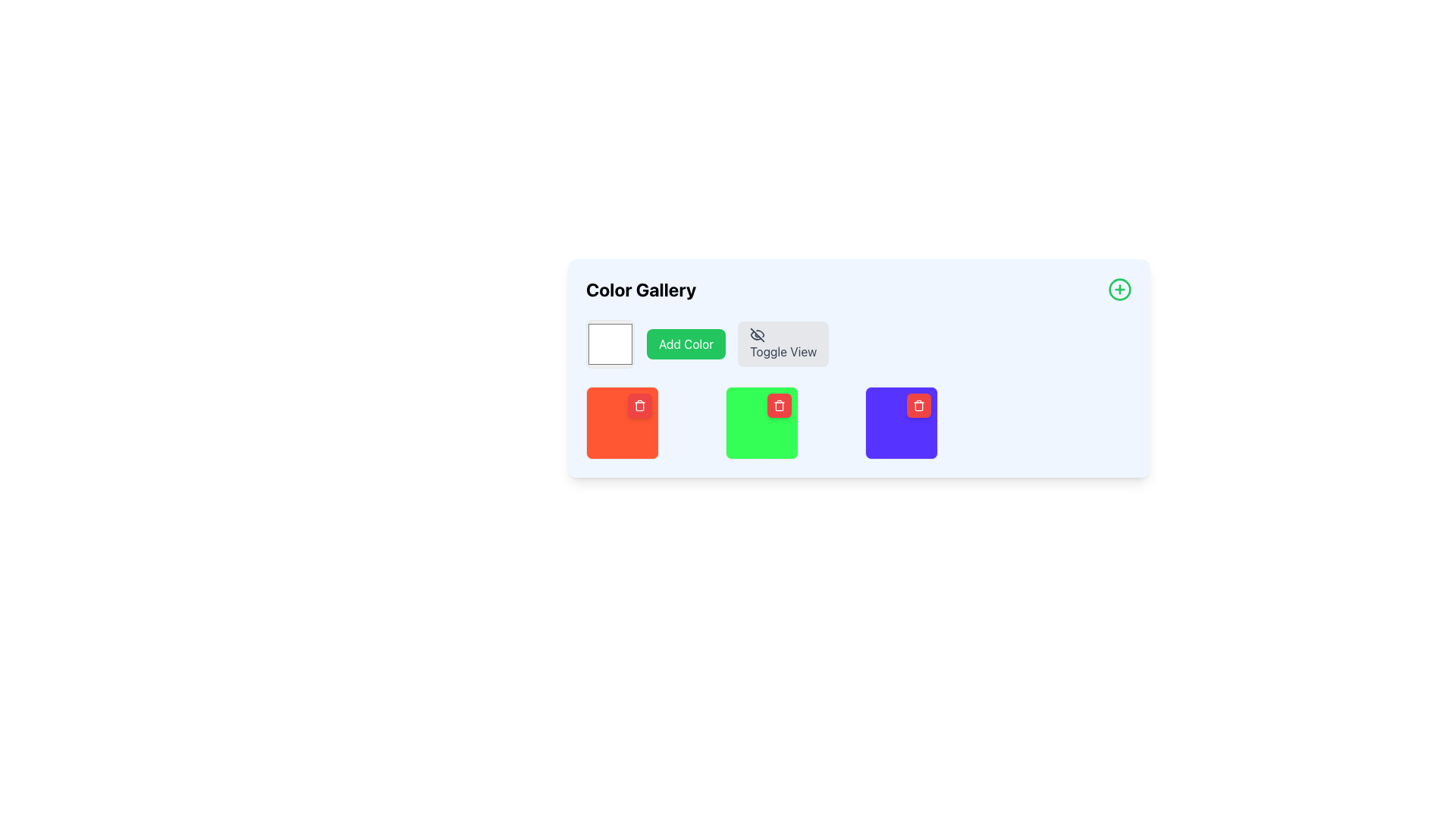  I want to click on the color selector element that allows users to select or preview a white color, located in the top-left corner of a group with 'Add Color' and 'Toggle View' buttons, so click(610, 344).